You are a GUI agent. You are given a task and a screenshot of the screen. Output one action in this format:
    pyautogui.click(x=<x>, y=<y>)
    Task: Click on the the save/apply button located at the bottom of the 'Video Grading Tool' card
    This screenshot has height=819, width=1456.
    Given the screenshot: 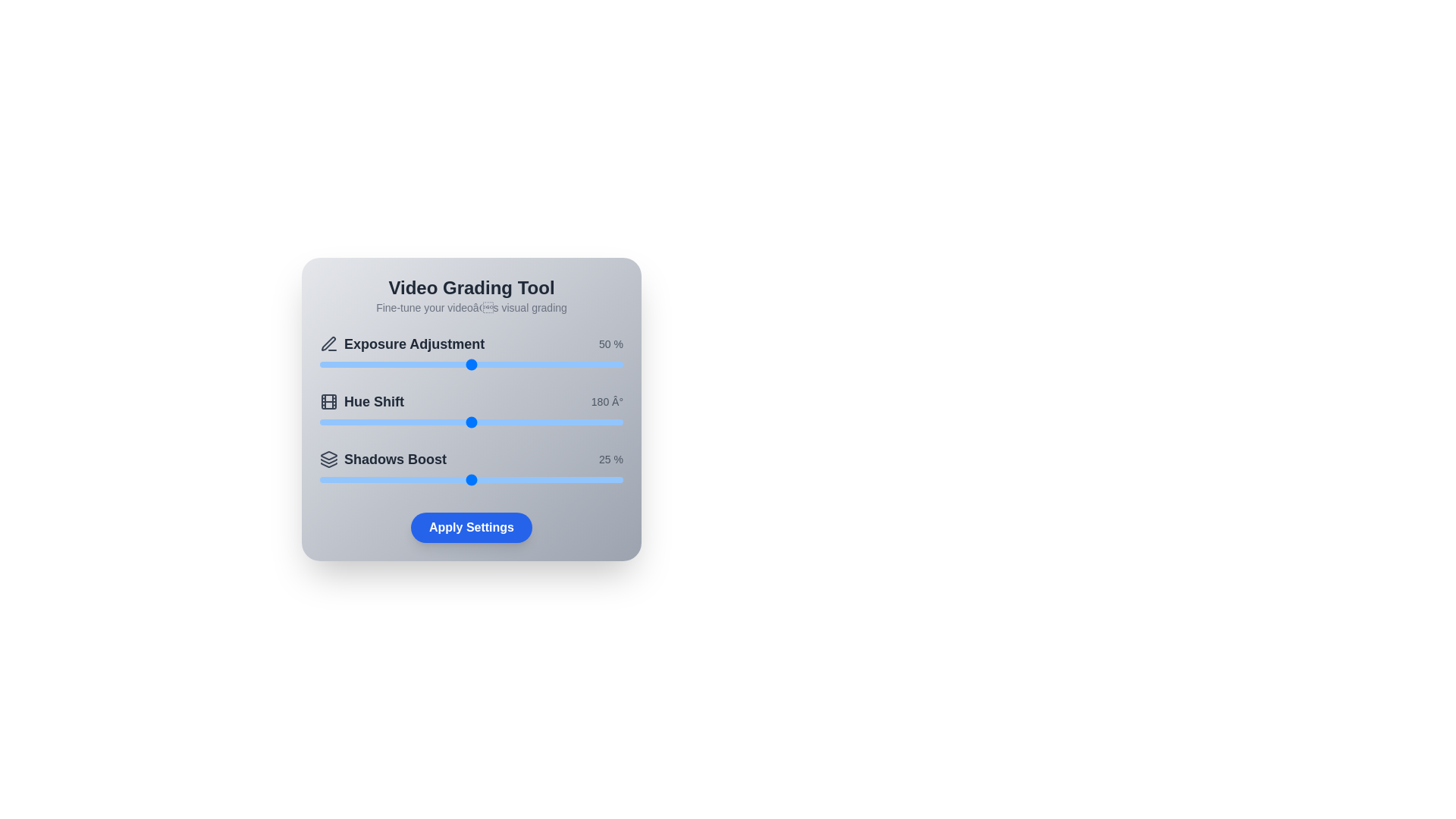 What is the action you would take?
    pyautogui.click(x=471, y=526)
    